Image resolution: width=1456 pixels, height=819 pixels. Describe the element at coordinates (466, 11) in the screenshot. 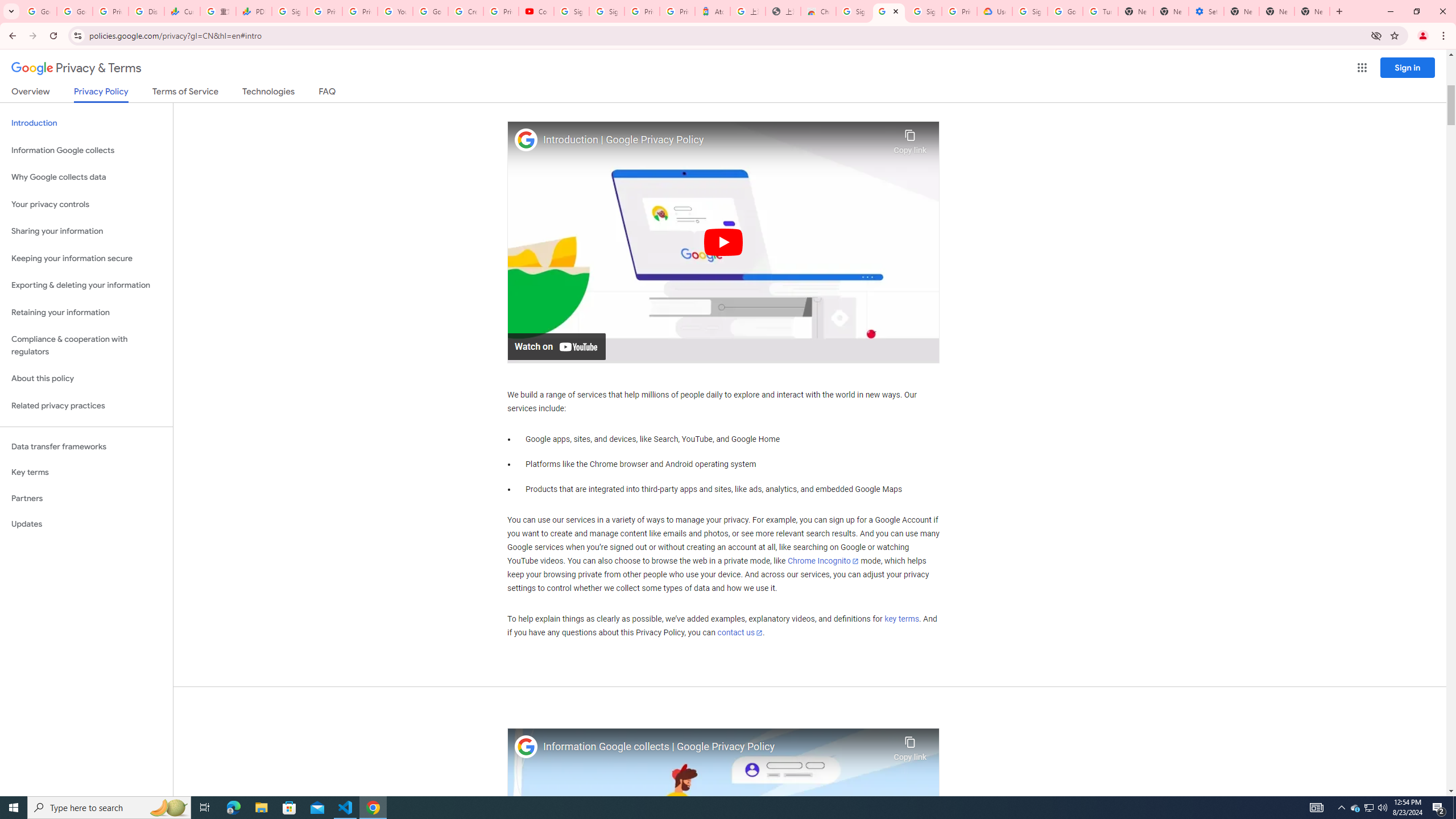

I see `'Create your Google Account'` at that location.